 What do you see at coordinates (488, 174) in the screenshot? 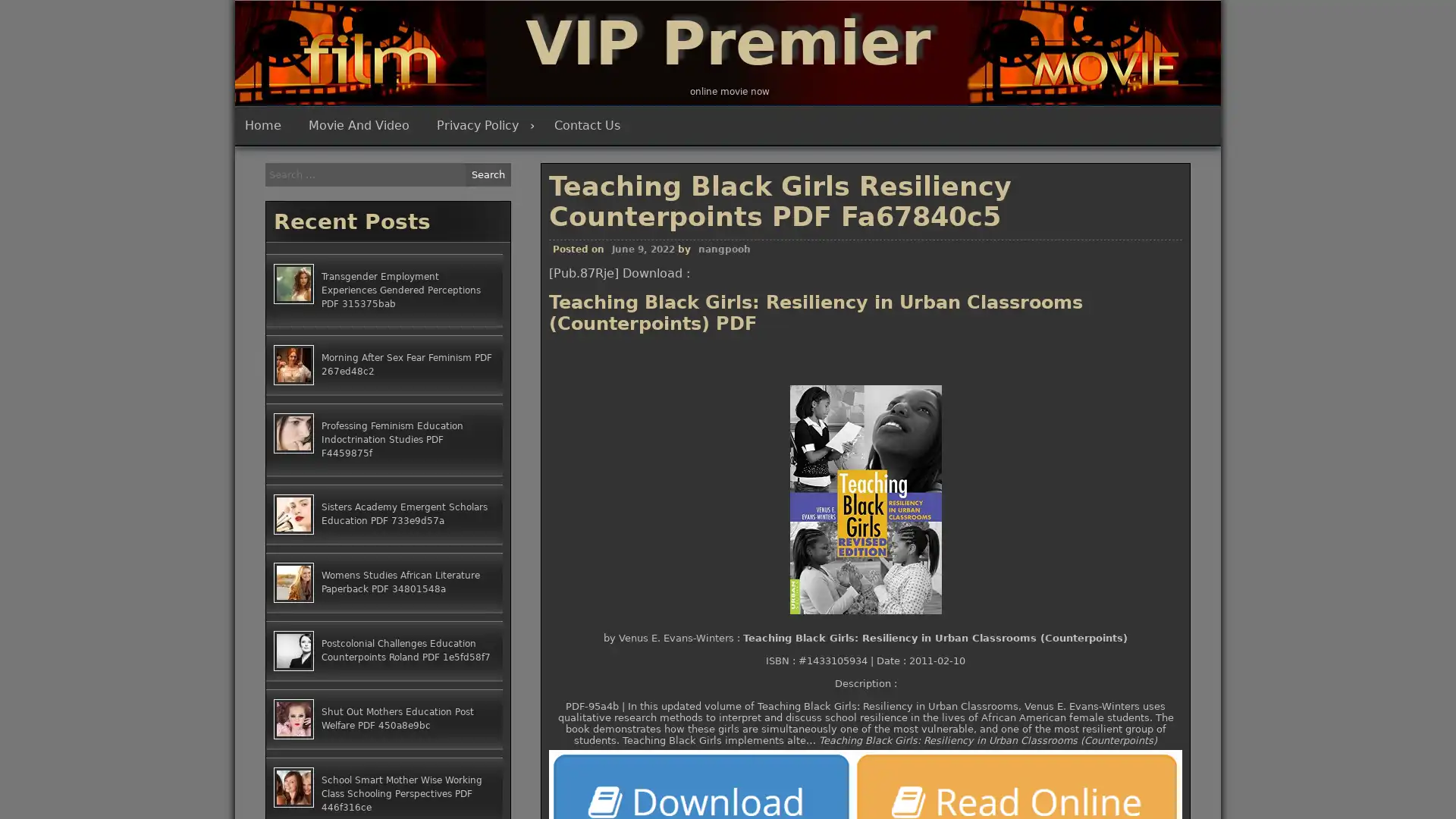
I see `Search` at bounding box center [488, 174].